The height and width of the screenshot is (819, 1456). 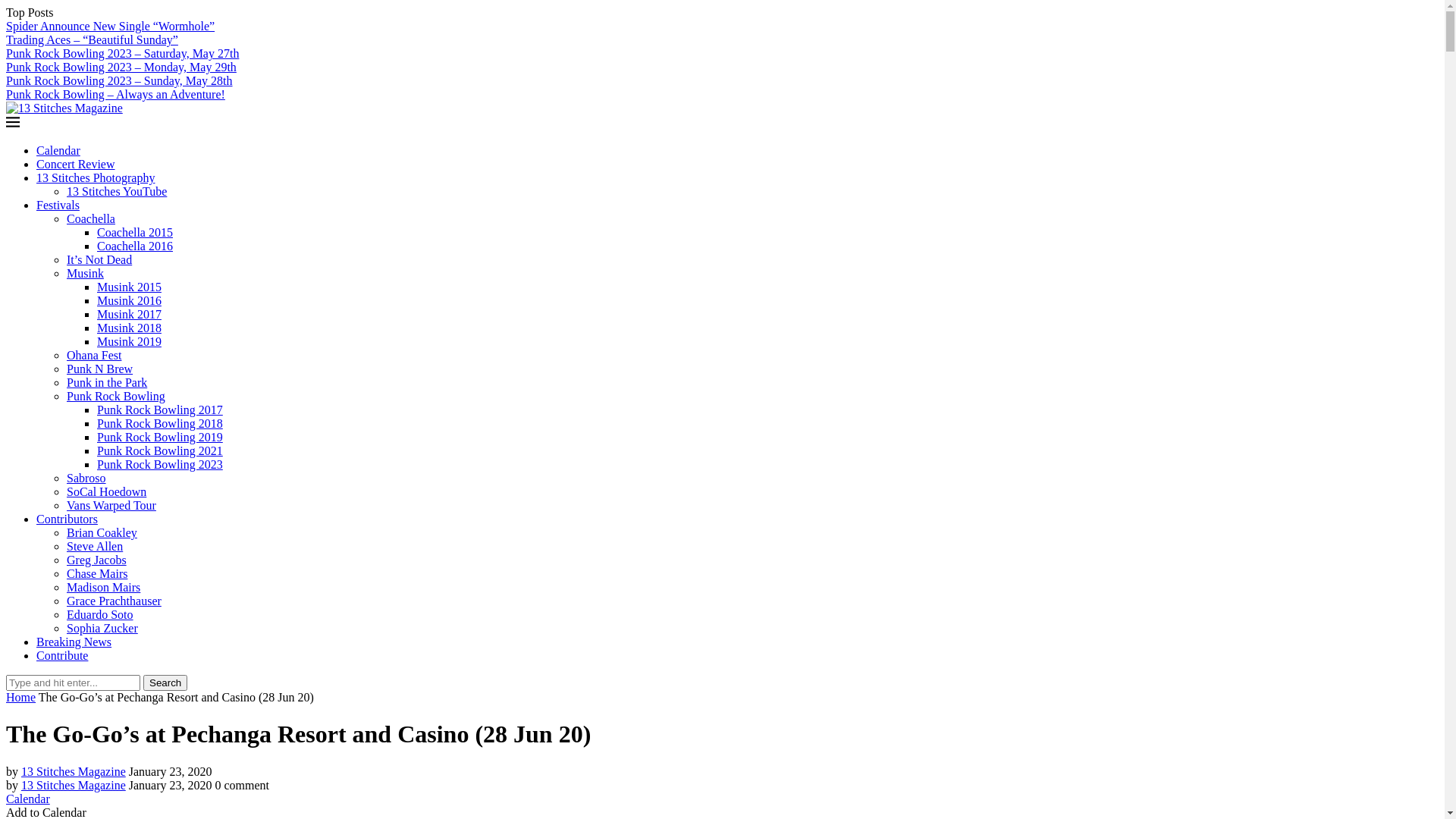 What do you see at coordinates (96, 423) in the screenshot?
I see `'Punk Rock Bowling 2018'` at bounding box center [96, 423].